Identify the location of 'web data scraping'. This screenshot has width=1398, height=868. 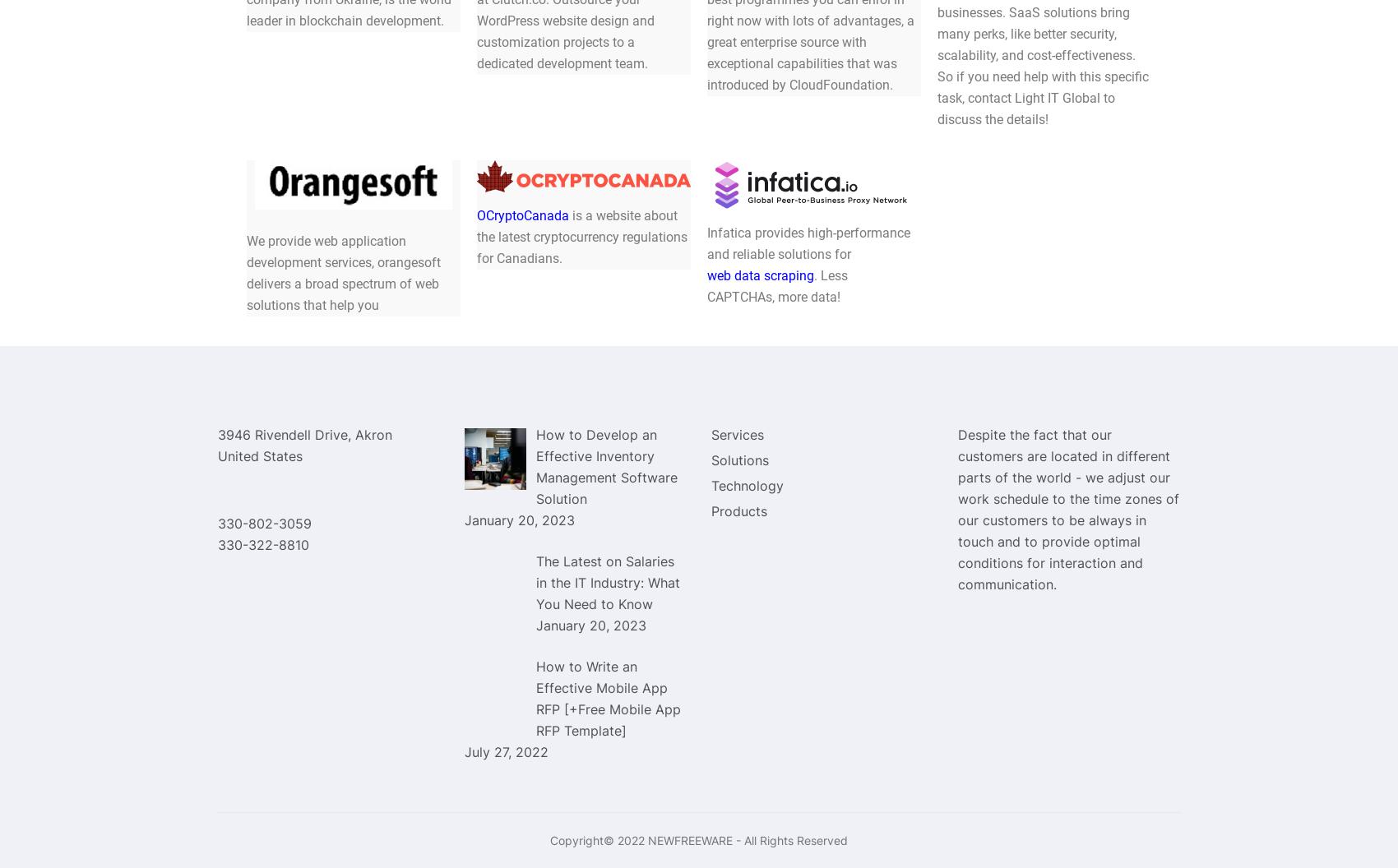
(760, 274).